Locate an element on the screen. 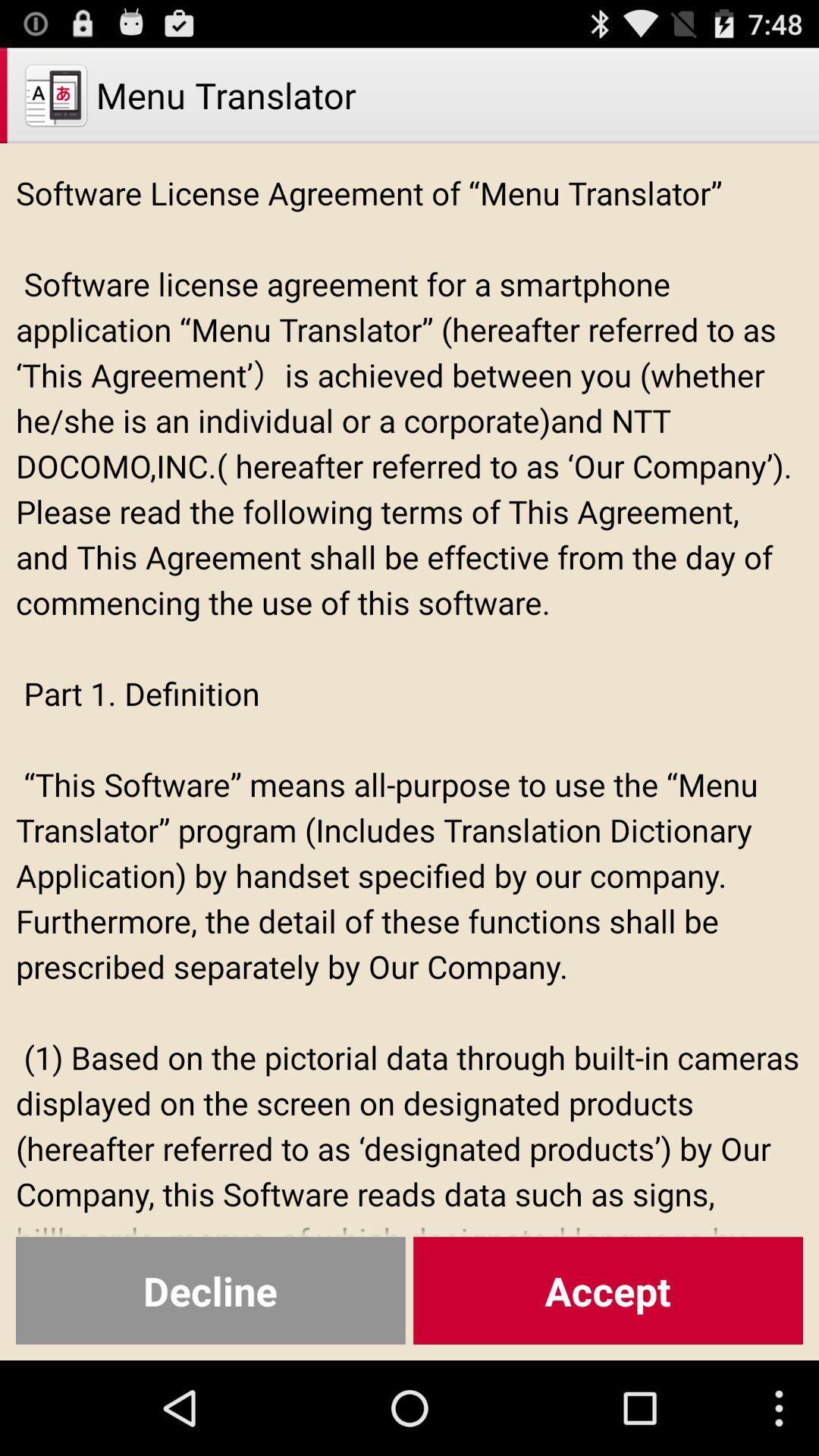 The height and width of the screenshot is (1456, 819). icon at the bottom right corner is located at coordinates (607, 1290).